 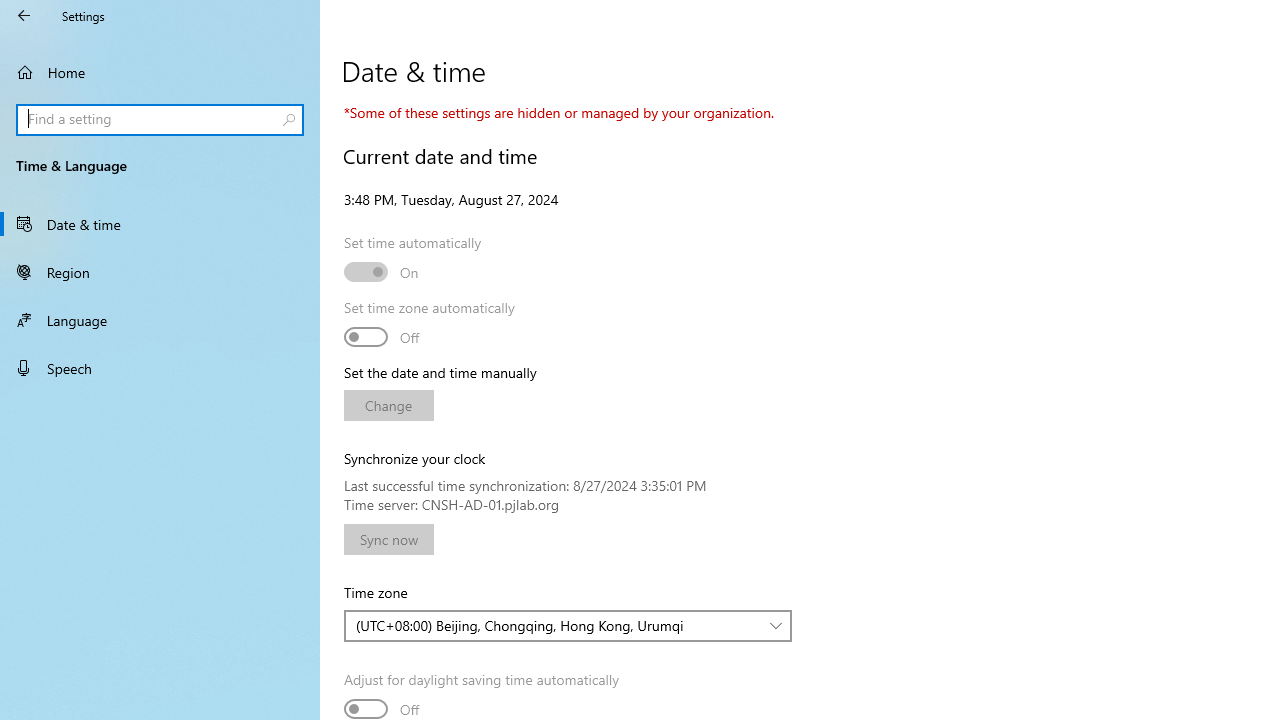 What do you see at coordinates (382, 272) in the screenshot?
I see `'Set time automatically'` at bounding box center [382, 272].